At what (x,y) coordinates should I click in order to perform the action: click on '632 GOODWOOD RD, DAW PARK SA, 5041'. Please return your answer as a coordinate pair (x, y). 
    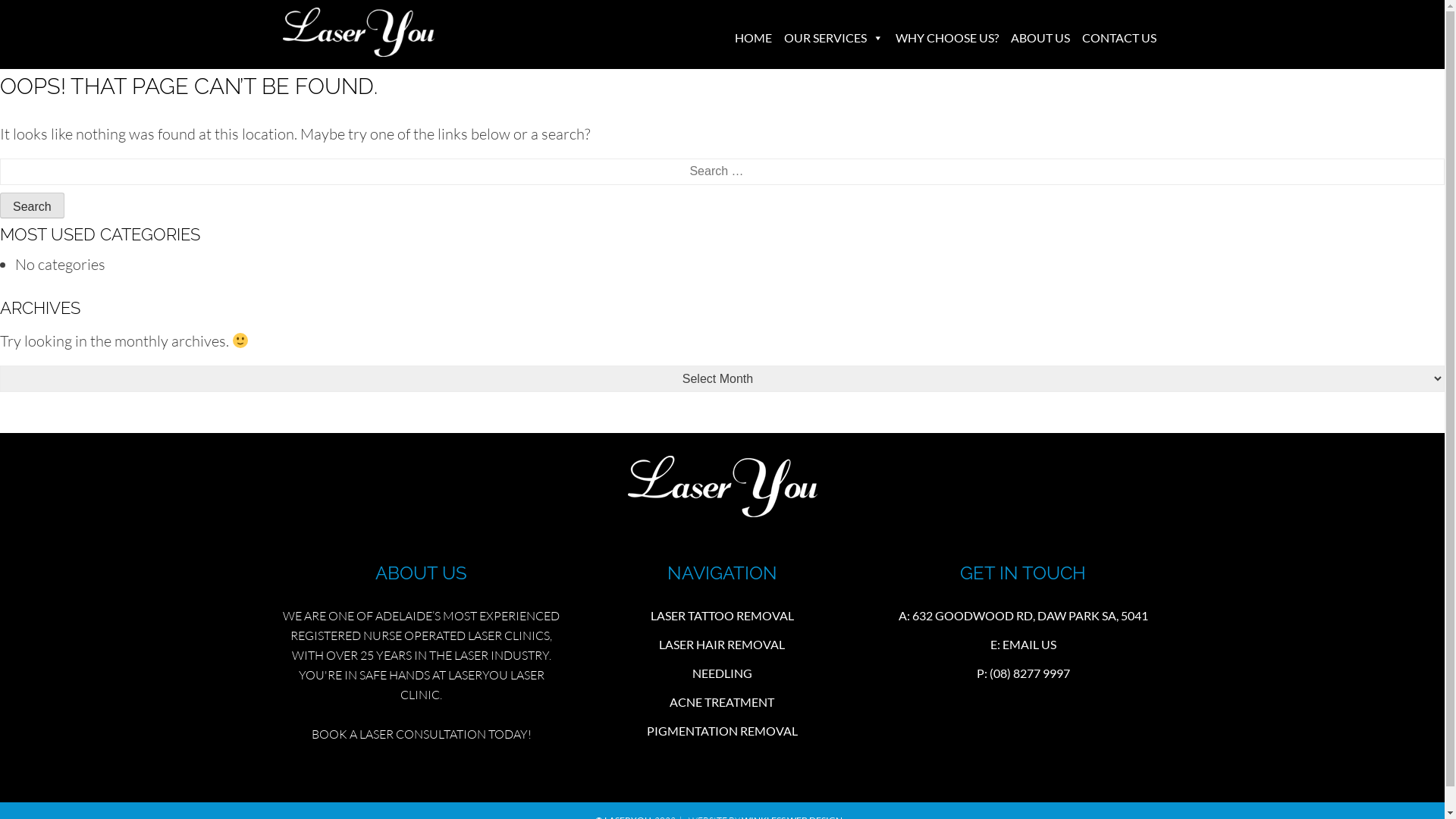
    Looking at the image, I should click on (1030, 615).